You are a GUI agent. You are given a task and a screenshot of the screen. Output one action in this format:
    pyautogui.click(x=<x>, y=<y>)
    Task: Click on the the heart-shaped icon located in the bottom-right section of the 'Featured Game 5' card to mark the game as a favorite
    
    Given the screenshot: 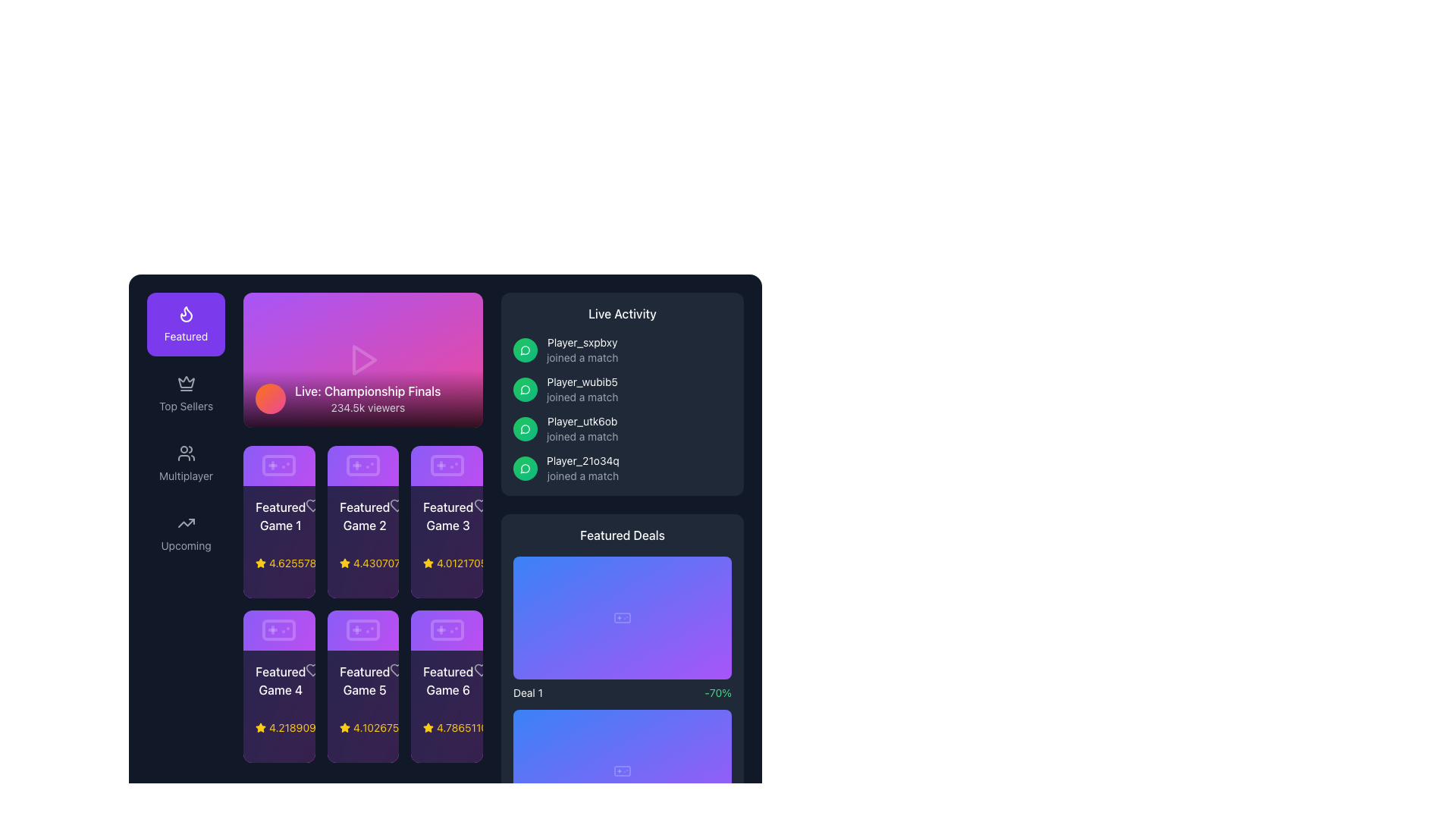 What is the action you would take?
    pyautogui.click(x=397, y=669)
    